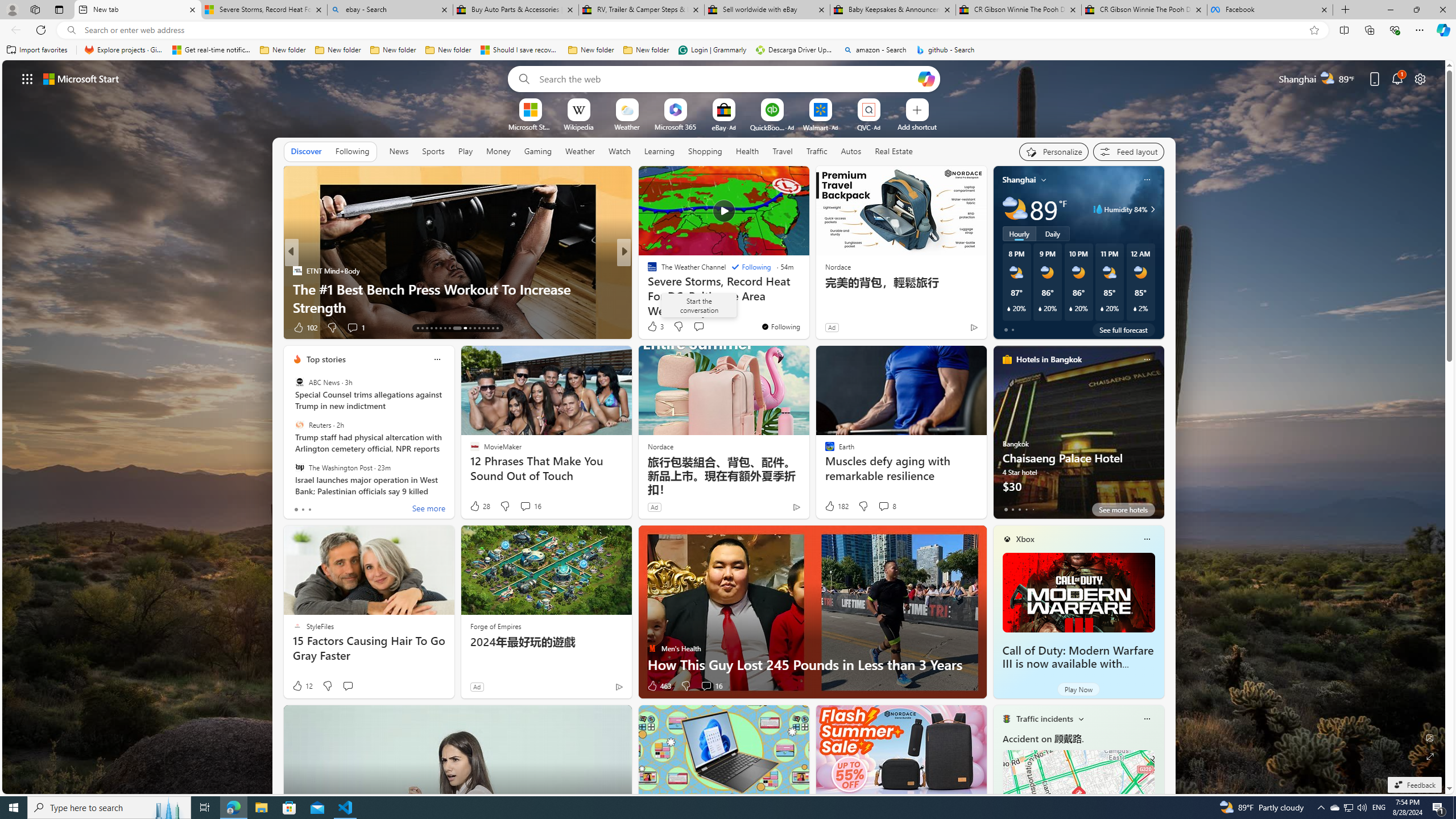 Image resolution: width=1456 pixels, height=819 pixels. What do you see at coordinates (1078, 436) in the screenshot?
I see `'Chaisaeng Palace Hotel'` at bounding box center [1078, 436].